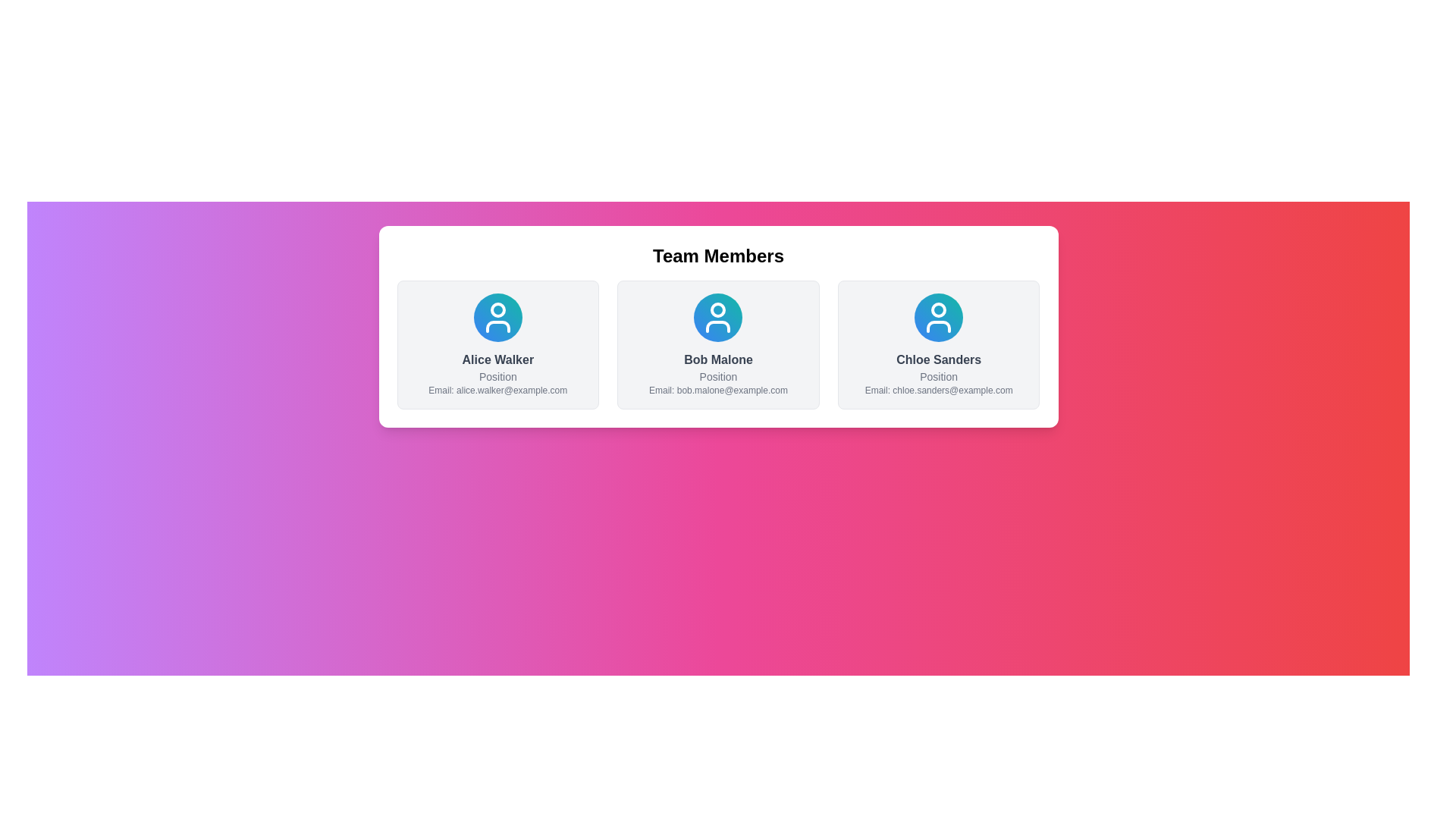 Image resolution: width=1456 pixels, height=819 pixels. I want to click on the circular user profile icon with a gradient background, featuring a white user profile silhouette, located above the text 'Alice Walker' in the first card of user profile cards, so click(497, 317).